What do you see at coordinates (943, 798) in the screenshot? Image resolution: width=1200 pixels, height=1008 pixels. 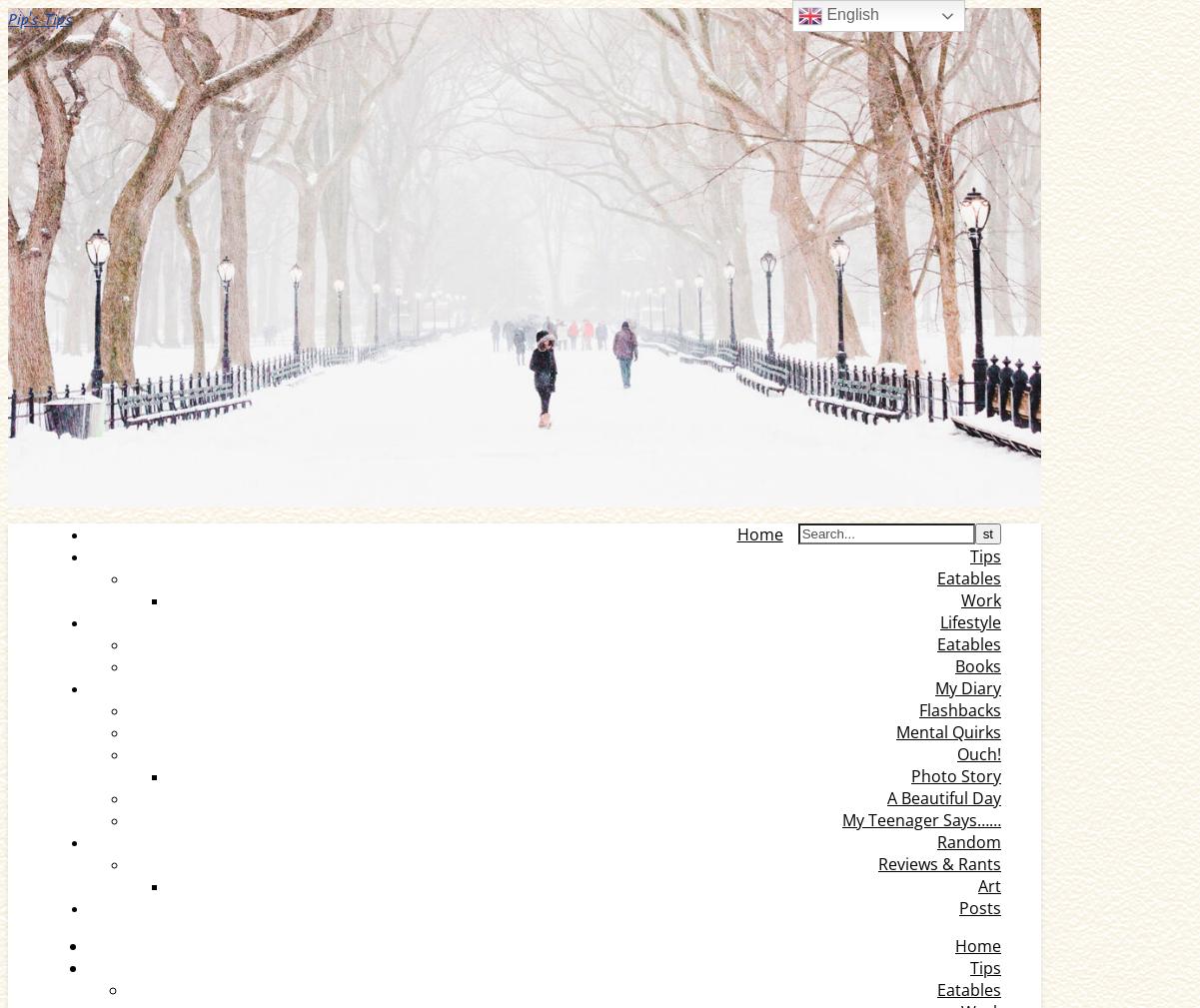 I see `'A Beautiful Day'` at bounding box center [943, 798].